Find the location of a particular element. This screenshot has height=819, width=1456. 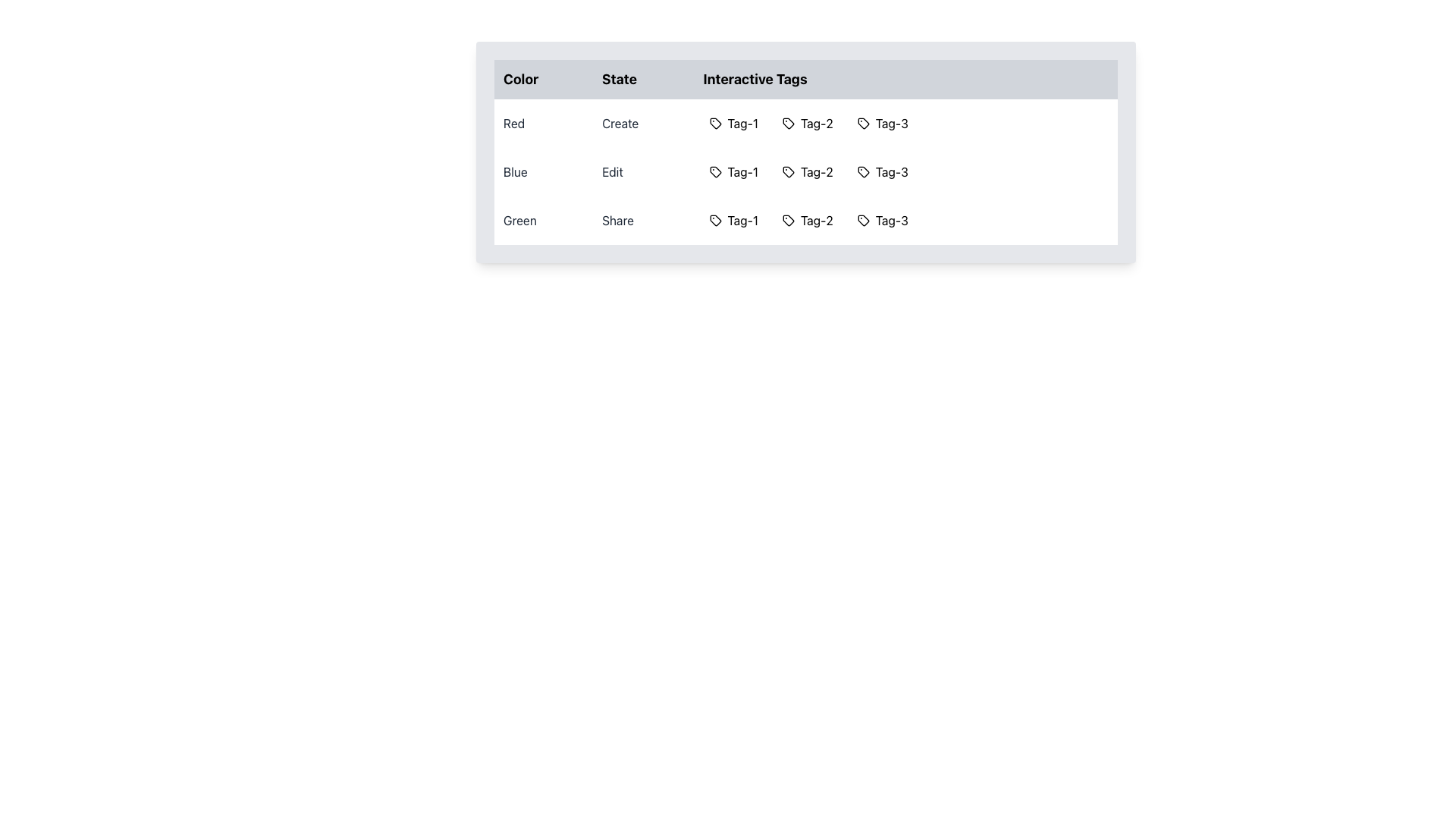

the interactive label displaying 'Tag-3' to trigger a tooltip or highlight is located at coordinates (892, 220).